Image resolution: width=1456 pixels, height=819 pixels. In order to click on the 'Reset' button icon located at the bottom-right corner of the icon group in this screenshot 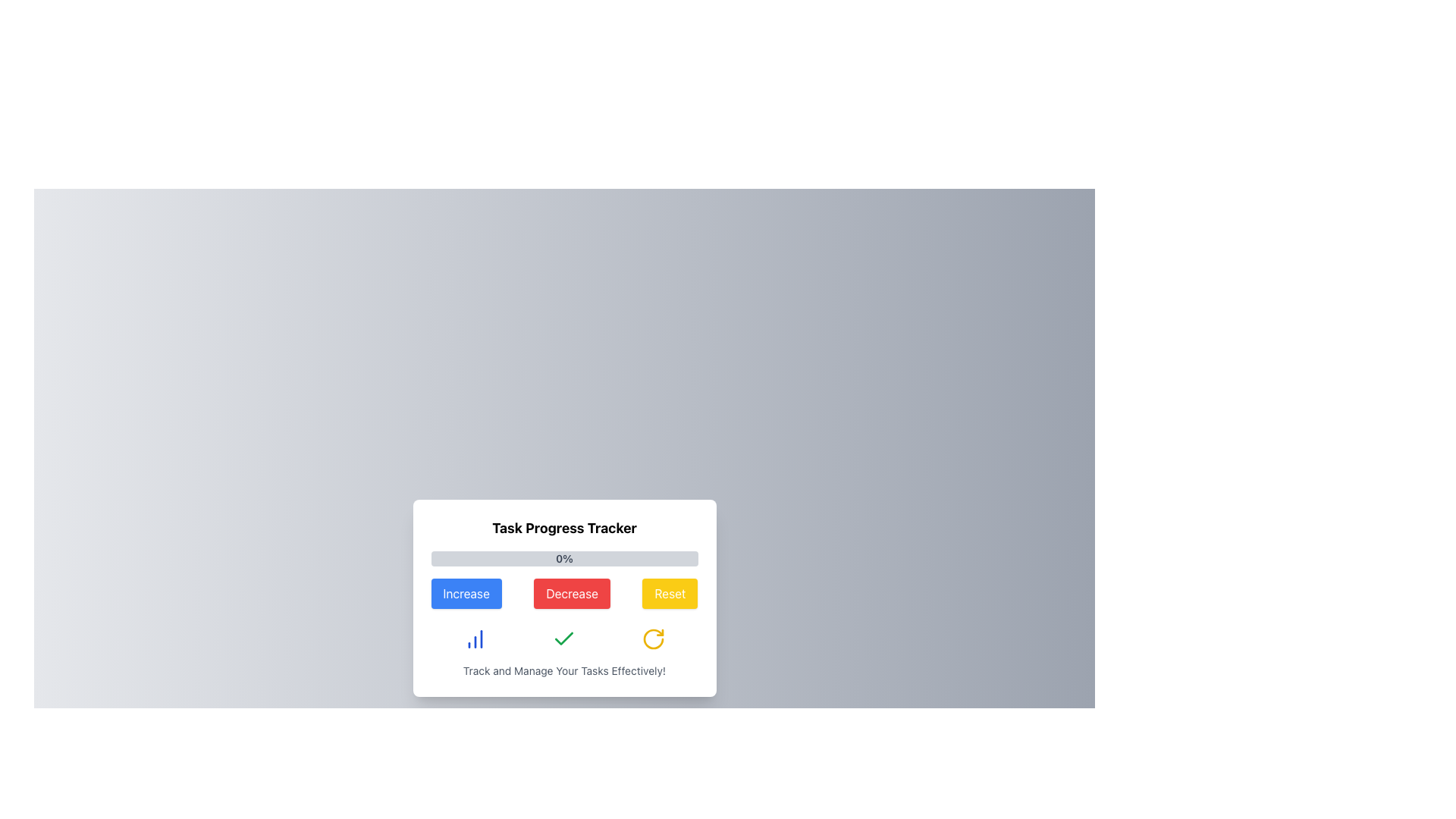, I will do `click(653, 639)`.